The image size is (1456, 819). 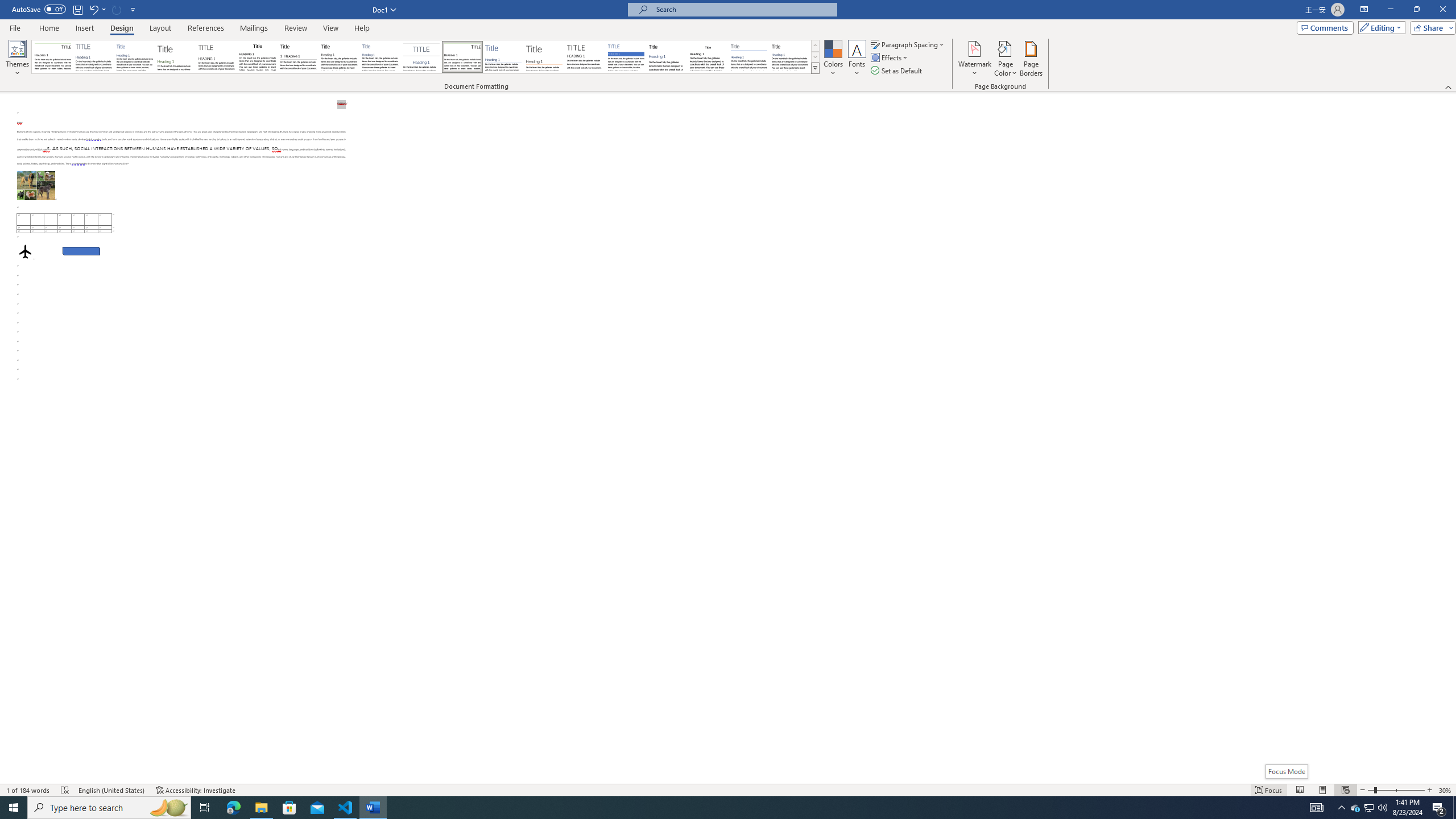 What do you see at coordinates (1445, 790) in the screenshot?
I see `'Zoom 30%'` at bounding box center [1445, 790].